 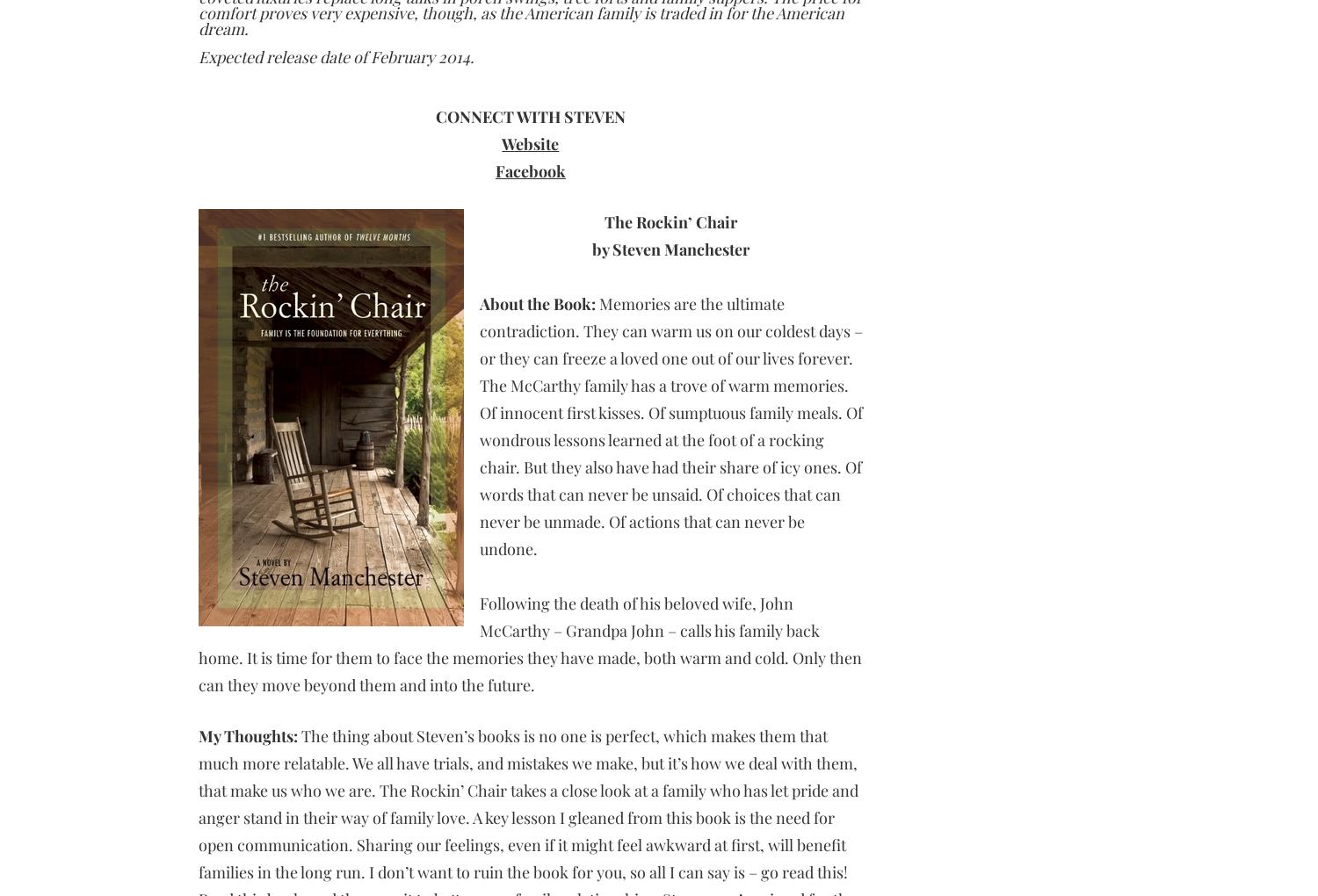 What do you see at coordinates (529, 170) in the screenshot?
I see `'Facebook'` at bounding box center [529, 170].